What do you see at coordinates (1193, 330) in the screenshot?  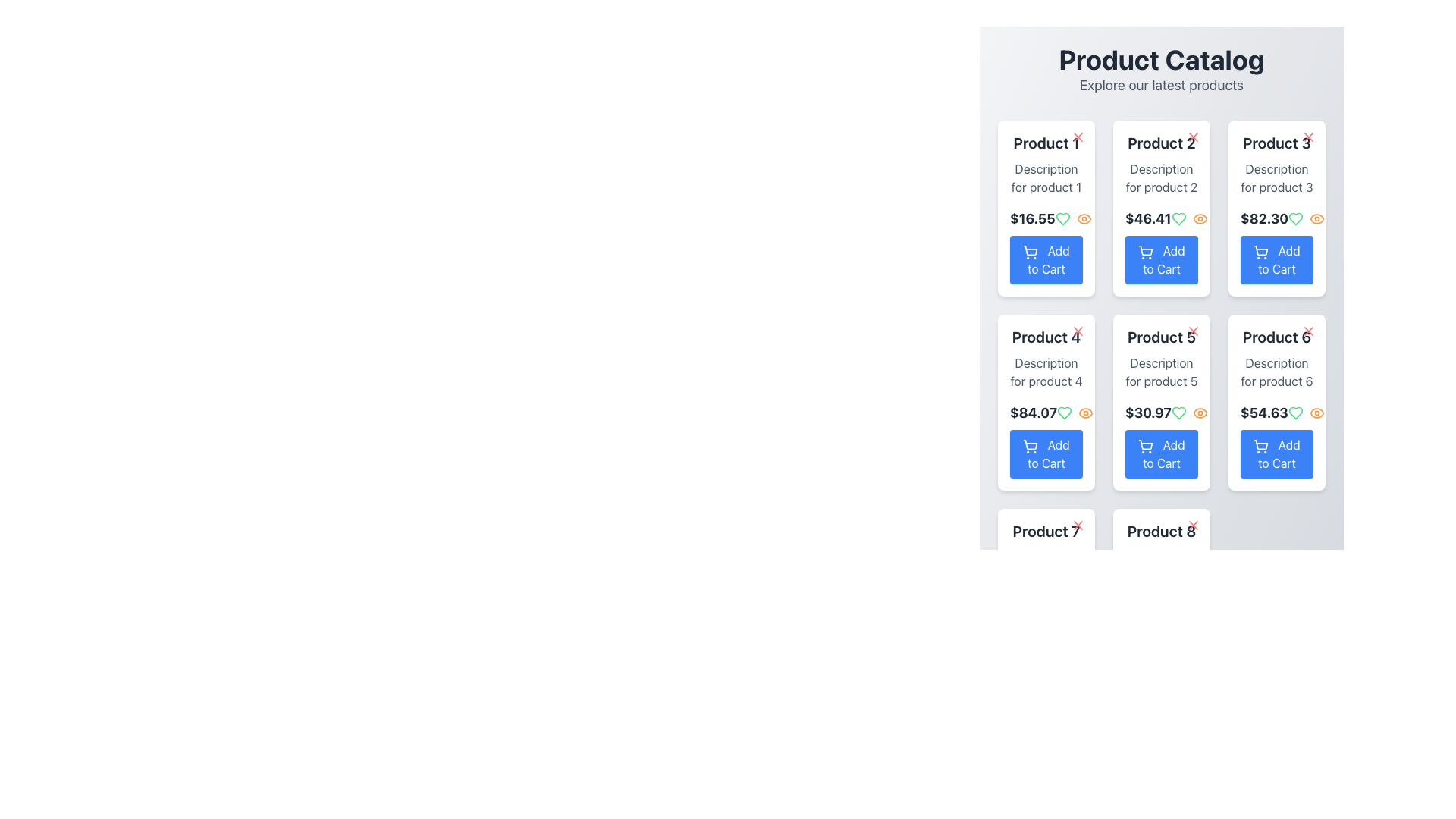 I see `the small red 'X' icon button located at the top-right corner of the product card for 'Product 5' to change its visual state` at bounding box center [1193, 330].